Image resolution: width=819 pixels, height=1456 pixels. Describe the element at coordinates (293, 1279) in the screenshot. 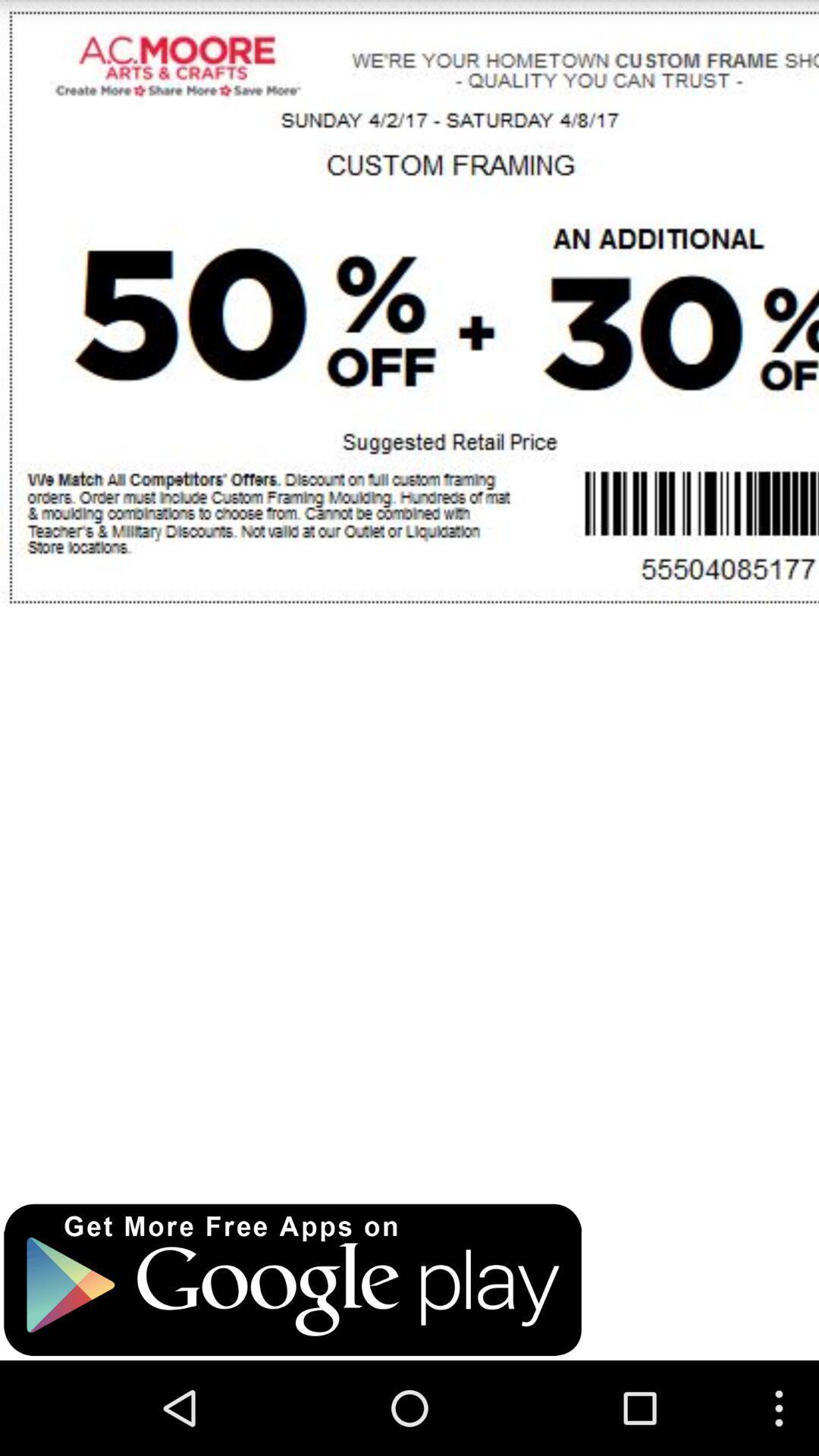

I see `app download` at that location.